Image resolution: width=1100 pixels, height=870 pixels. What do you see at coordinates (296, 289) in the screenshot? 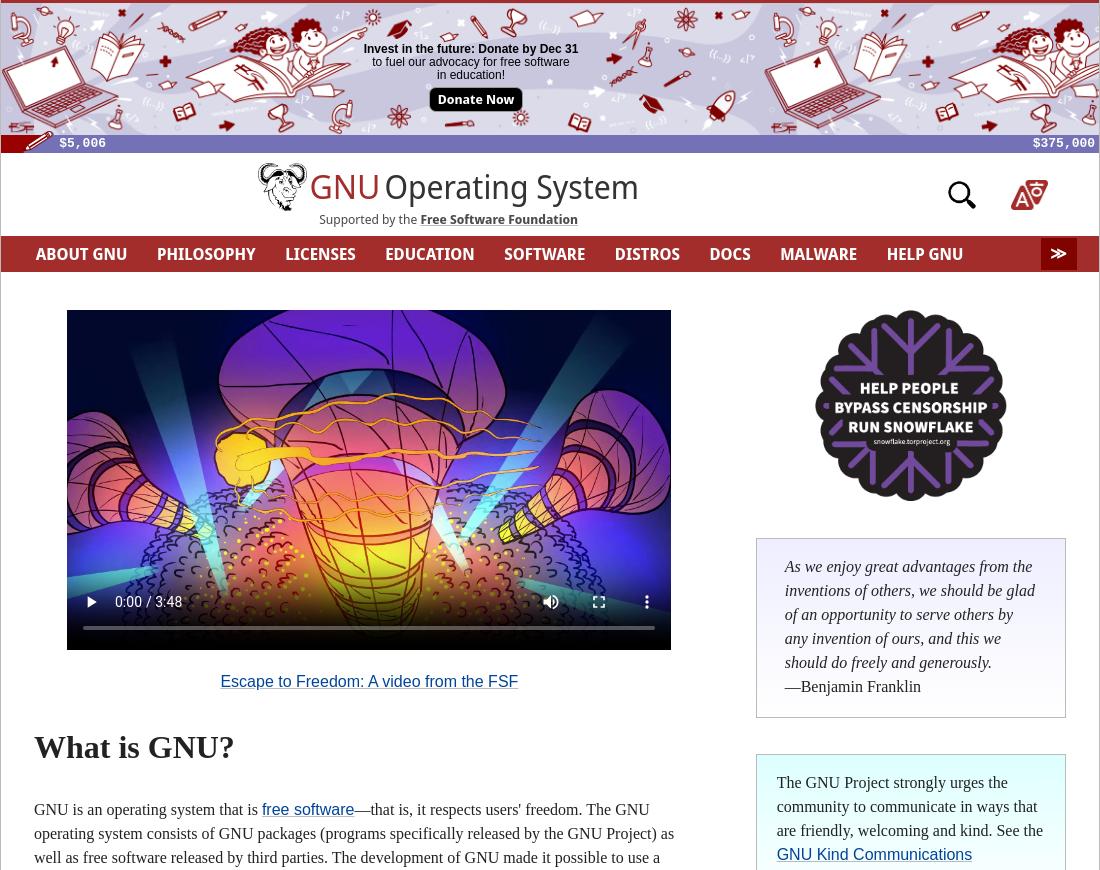
I see `'FUN'` at bounding box center [296, 289].